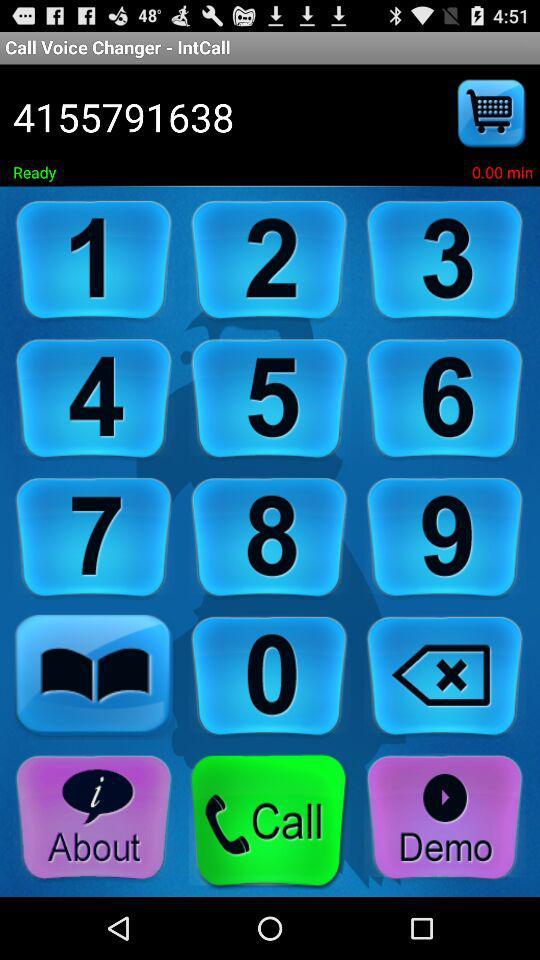  Describe the element at coordinates (269, 821) in the screenshot. I see `connects to a phone call` at that location.